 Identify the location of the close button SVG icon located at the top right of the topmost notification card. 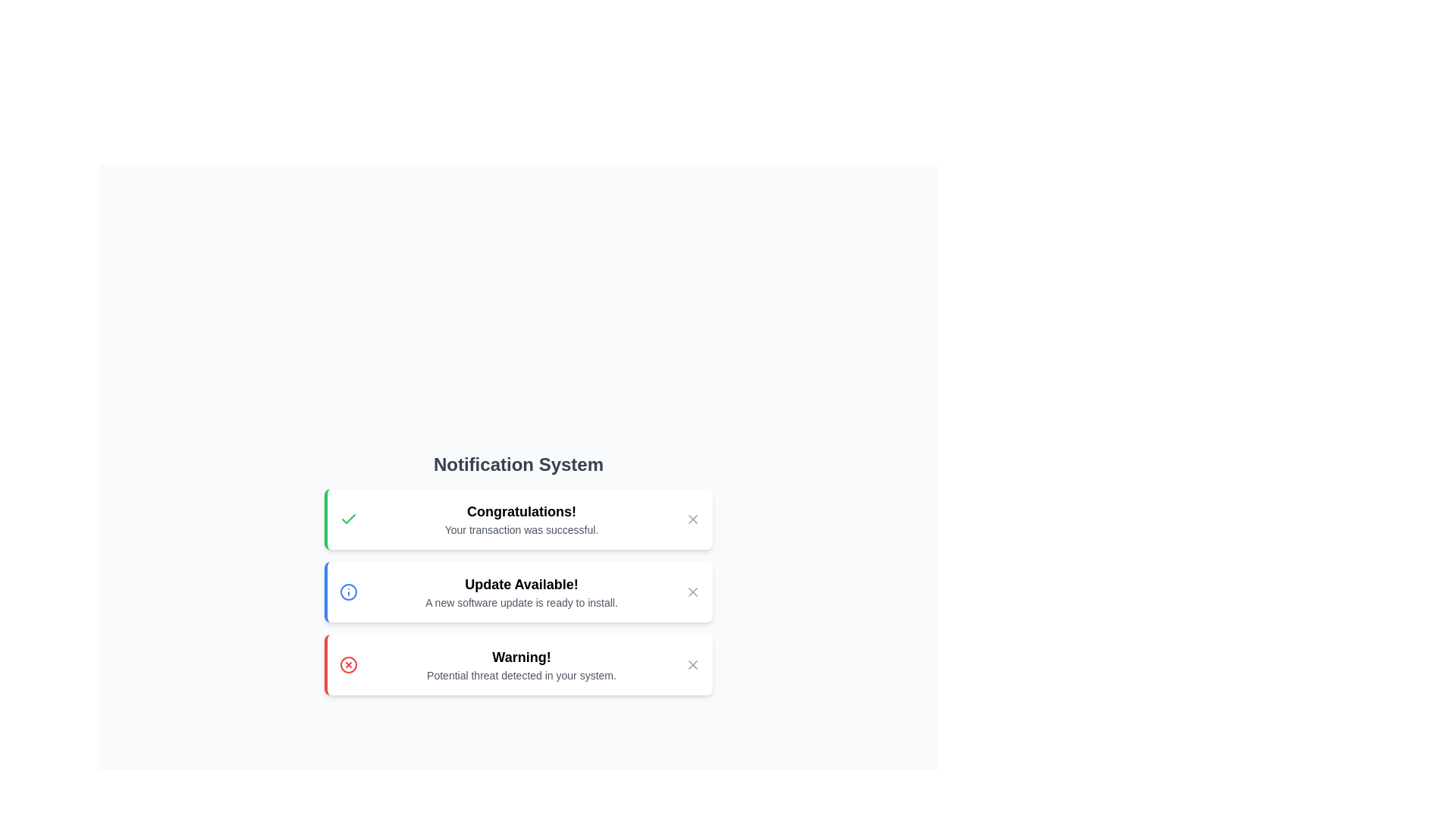
(692, 519).